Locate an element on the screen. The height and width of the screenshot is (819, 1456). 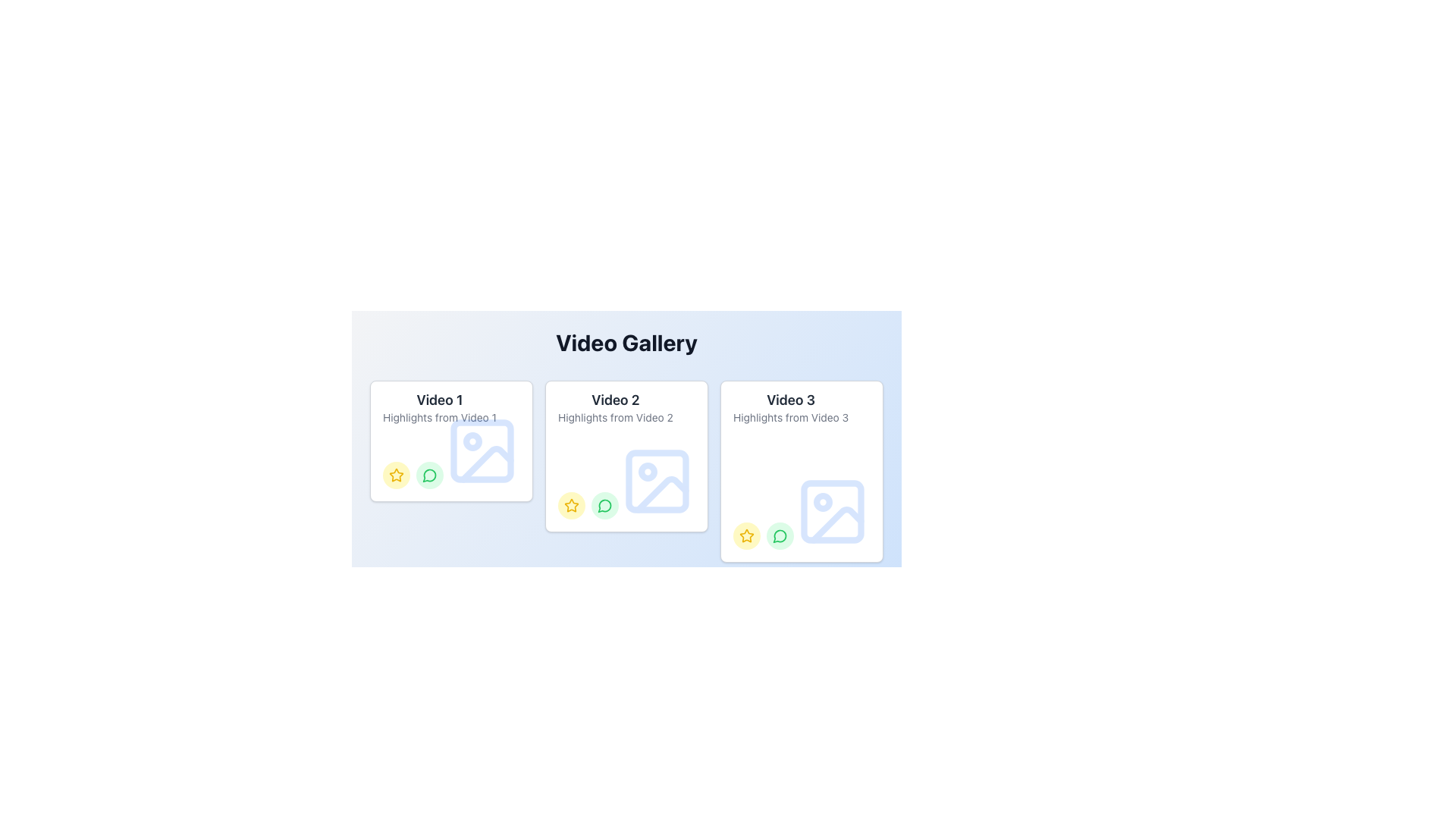
the text label that provides additional descriptive information about the related video, located below the title 'Video 3' in the 'Video Gallery' interface is located at coordinates (790, 418).